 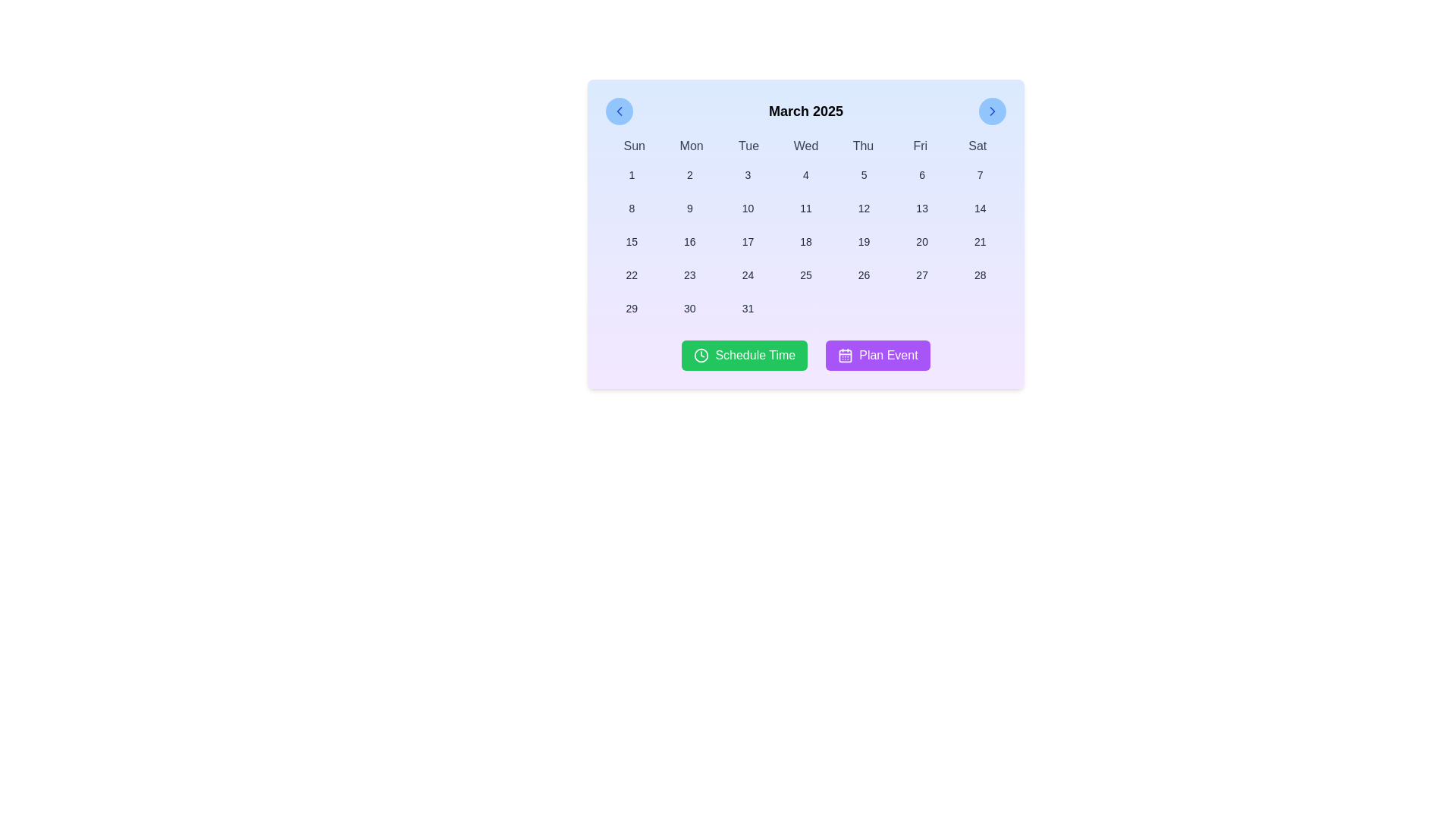 I want to click on the blue triangular left navigation arrow icon in the calendar interface to receive visual feedback, so click(x=619, y=110).